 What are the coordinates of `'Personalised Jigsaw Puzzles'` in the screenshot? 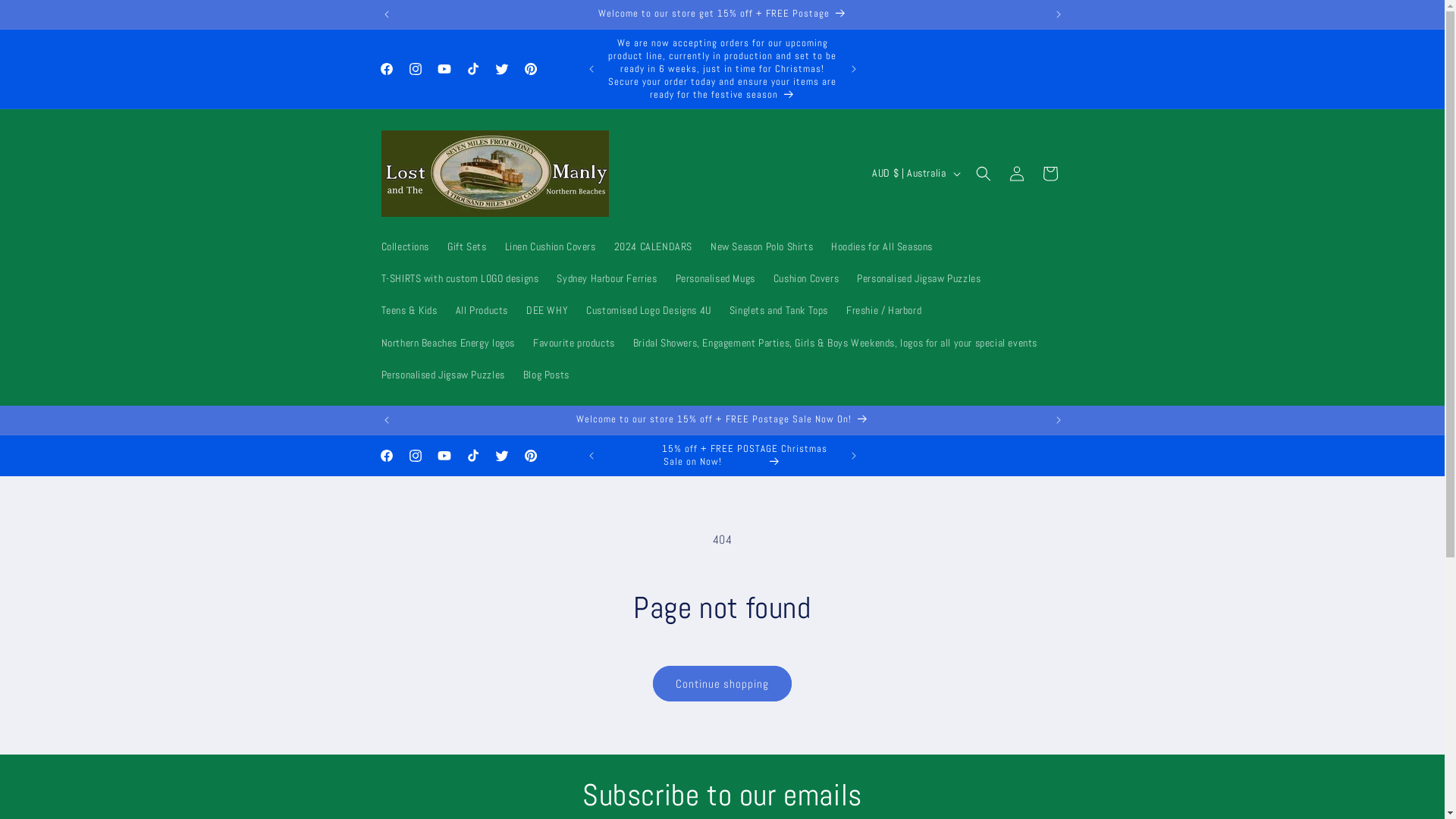 It's located at (371, 374).